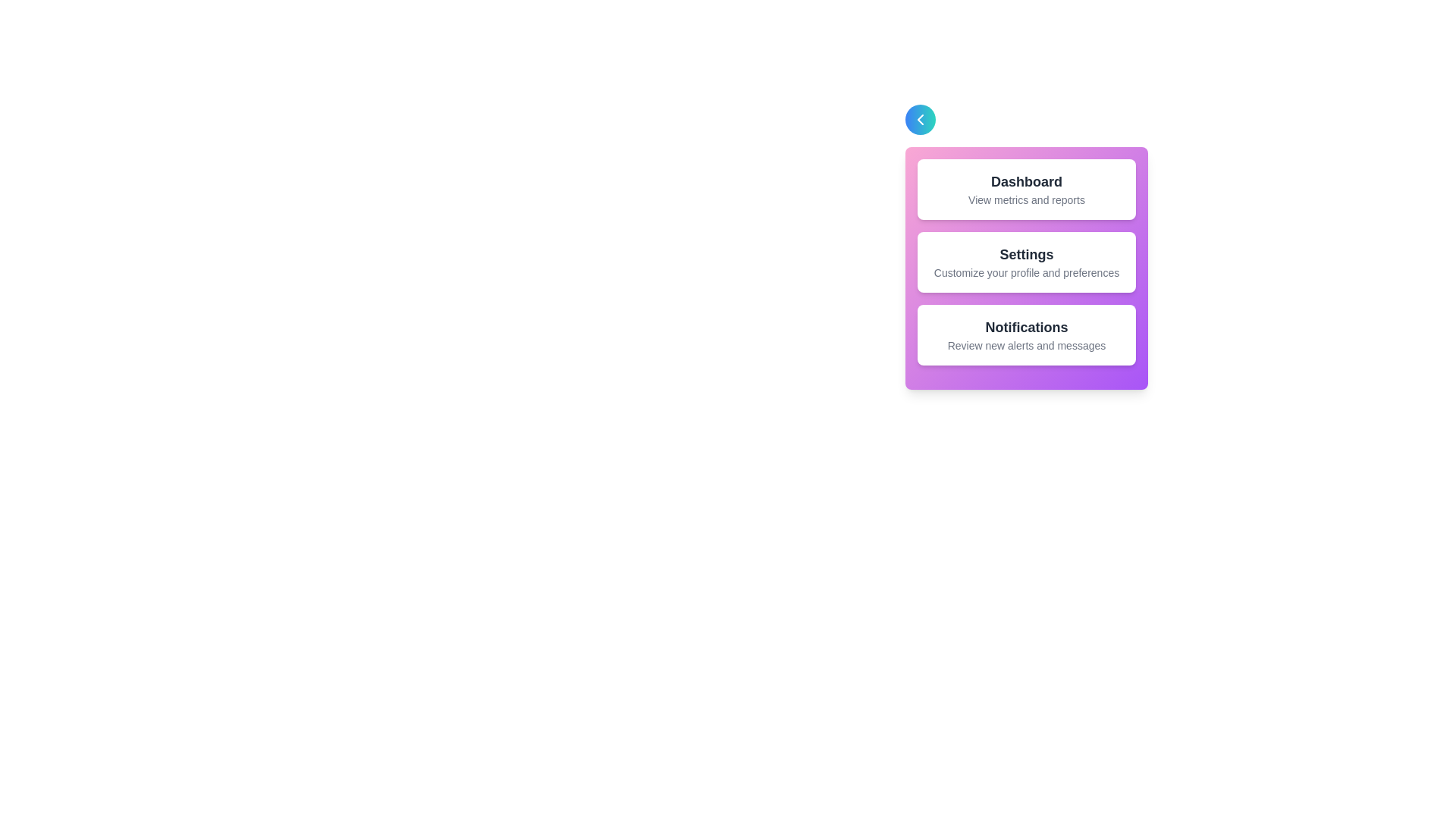  Describe the element at coordinates (920, 119) in the screenshot. I see `toggle button to change the drawer state` at that location.